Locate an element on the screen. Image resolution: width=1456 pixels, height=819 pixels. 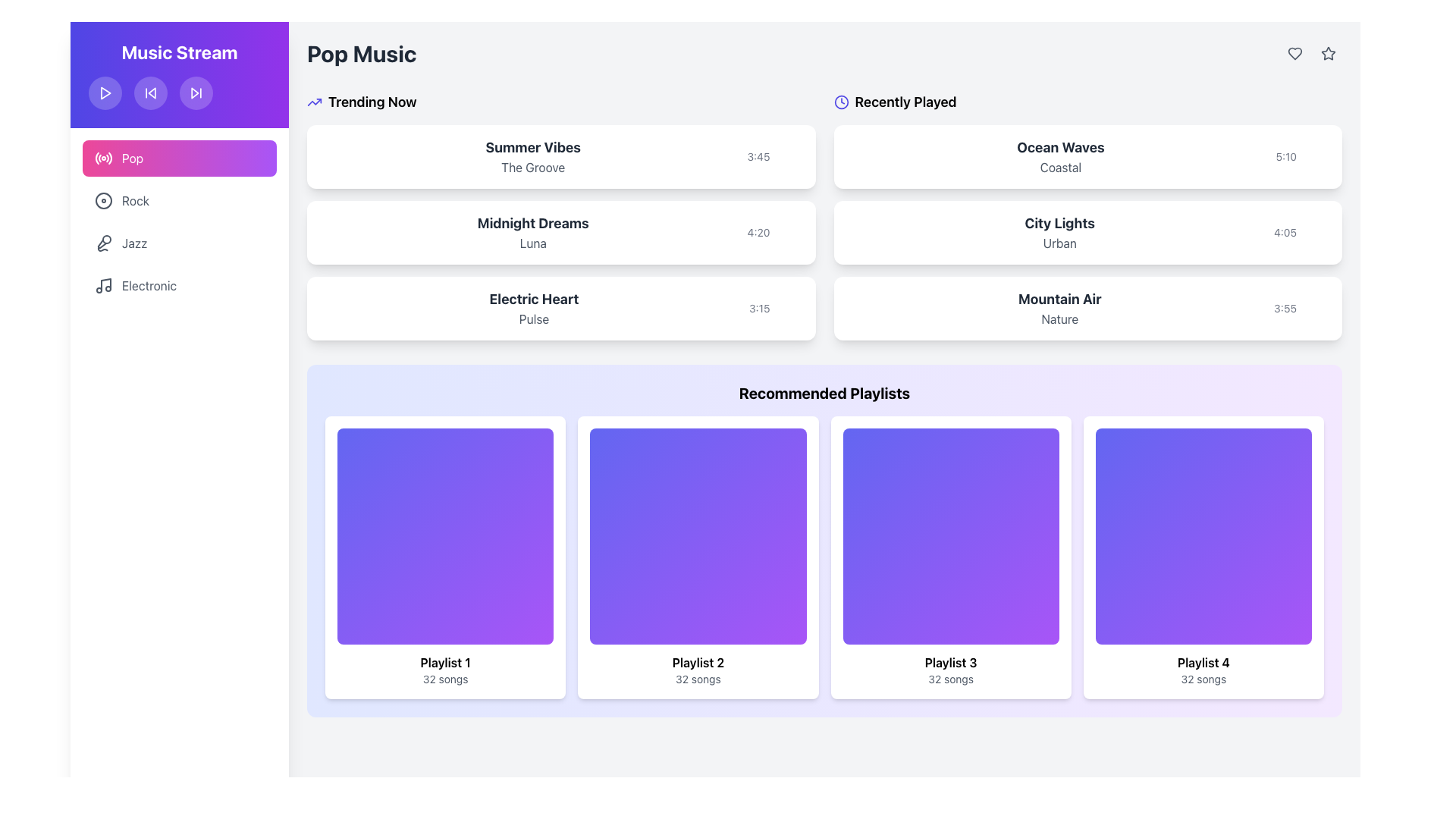
the middle circular media control button in the left sidebar under the 'Music Stream' heading to observe a visual color change is located at coordinates (150, 93).